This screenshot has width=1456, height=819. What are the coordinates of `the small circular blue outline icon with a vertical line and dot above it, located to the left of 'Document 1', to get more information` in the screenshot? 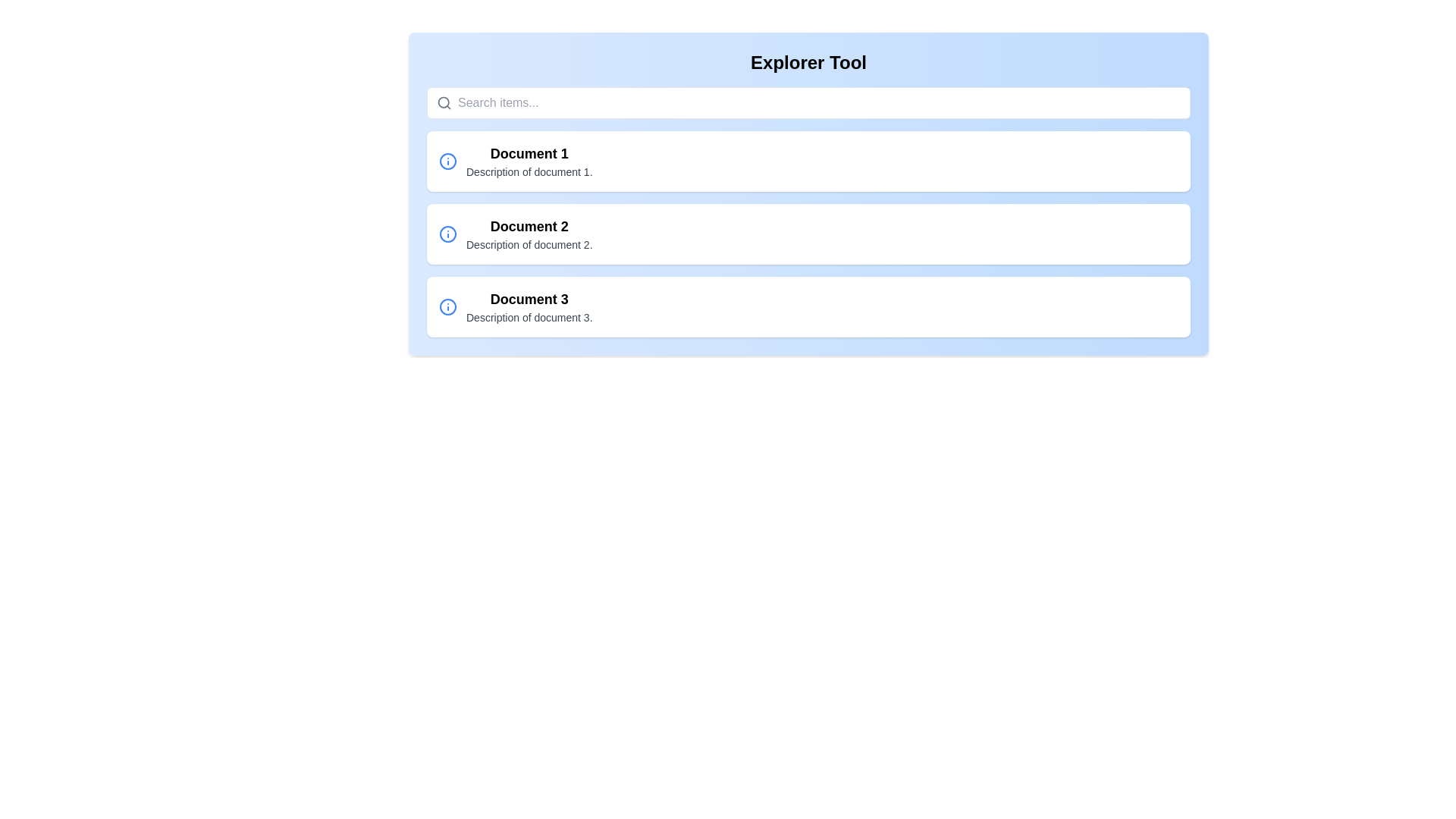 It's located at (447, 161).